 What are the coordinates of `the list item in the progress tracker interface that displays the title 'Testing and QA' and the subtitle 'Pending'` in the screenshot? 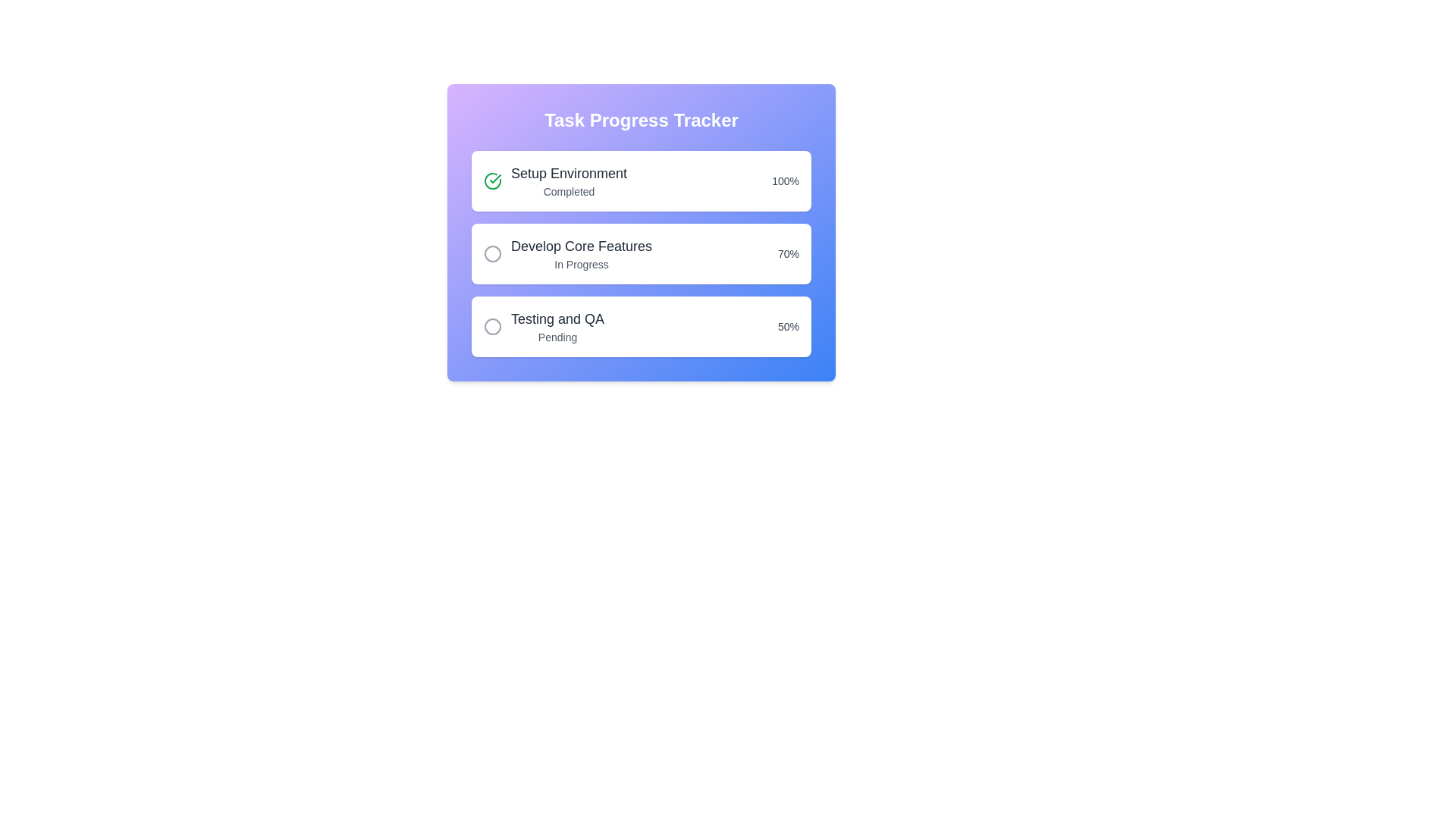 It's located at (544, 326).